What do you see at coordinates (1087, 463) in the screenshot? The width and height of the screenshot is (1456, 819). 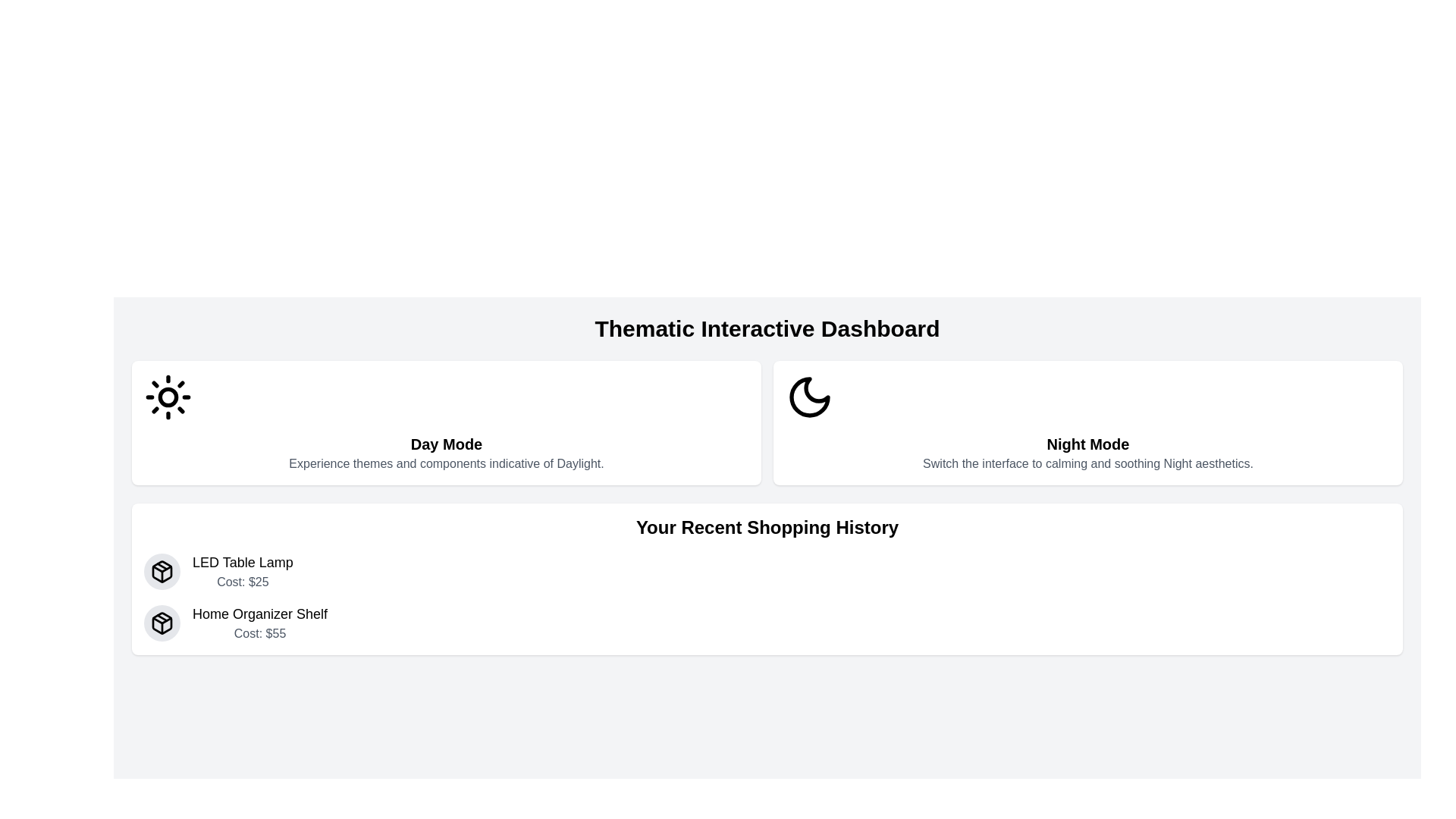 I see `descriptive text label located in the 'Night Mode' section, positioned below the 'Night Mode' title and moon icon` at bounding box center [1087, 463].